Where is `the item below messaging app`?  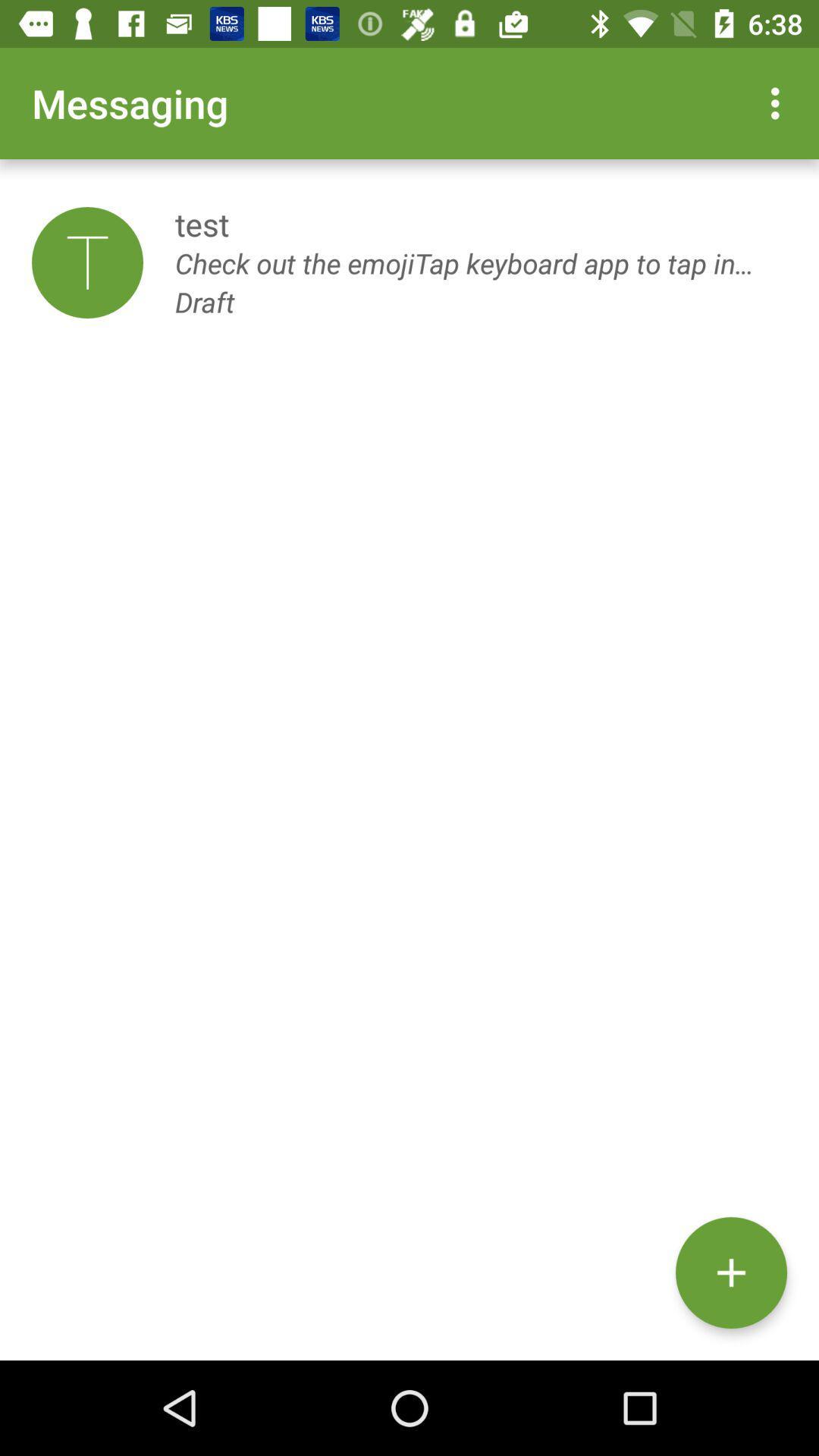
the item below messaging app is located at coordinates (87, 262).